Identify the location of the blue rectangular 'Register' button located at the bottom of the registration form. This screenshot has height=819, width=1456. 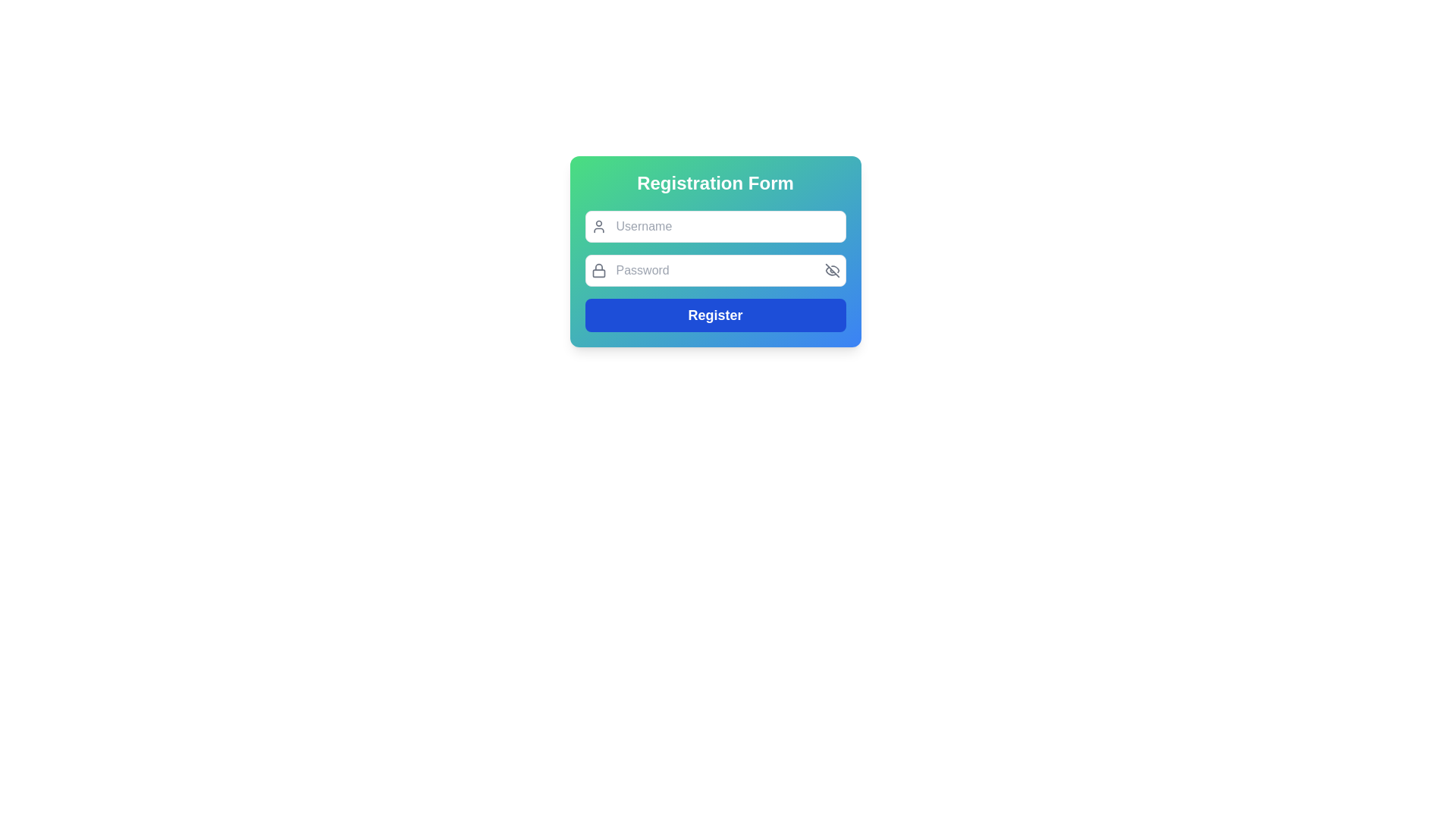
(714, 315).